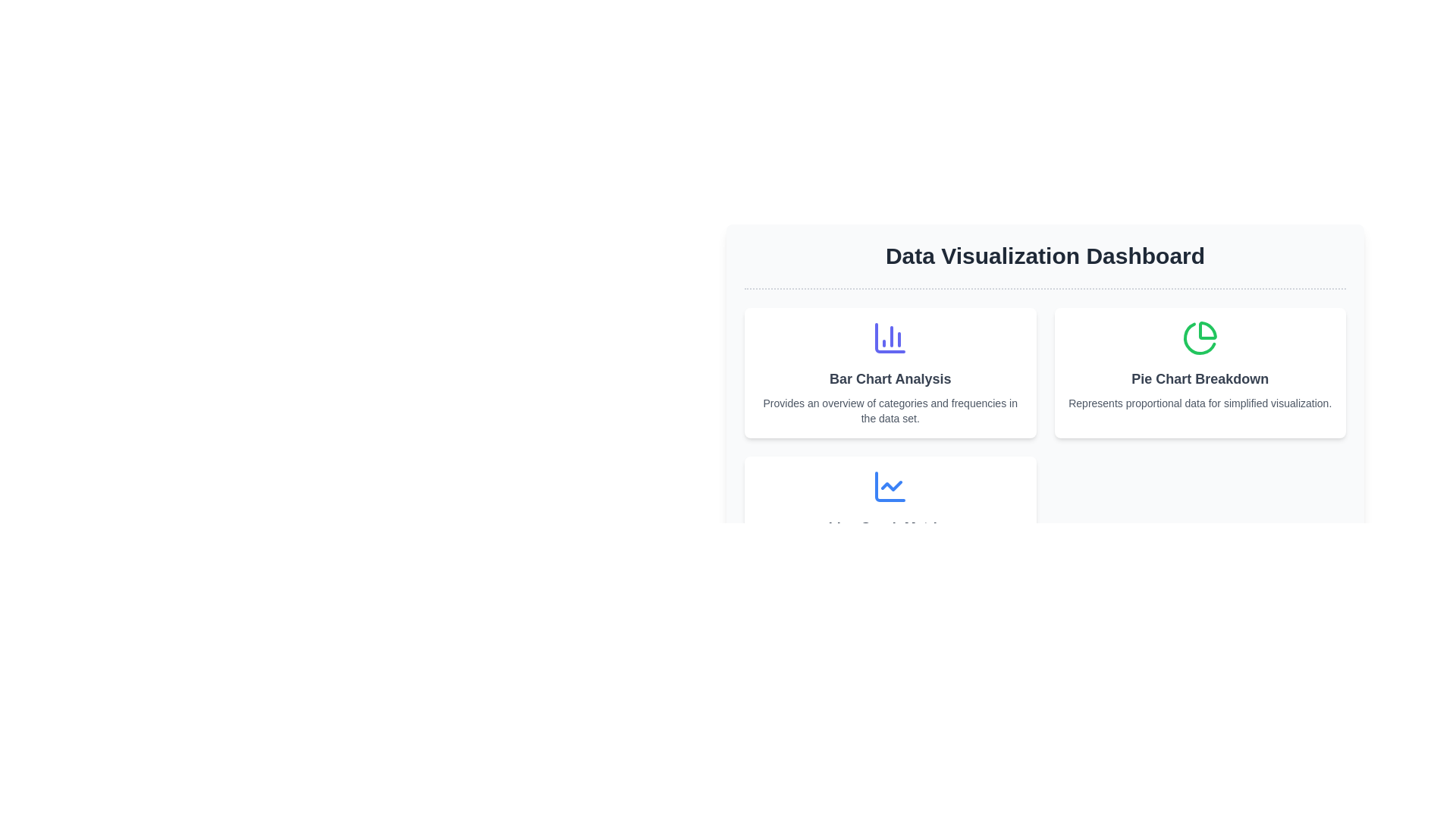 This screenshot has height=819, width=1456. What do you see at coordinates (892, 485) in the screenshot?
I see `graphical icon segment located within the leftmost card on the second row of the dashboard interface, below the 'Bar Chart Analysis' section` at bounding box center [892, 485].